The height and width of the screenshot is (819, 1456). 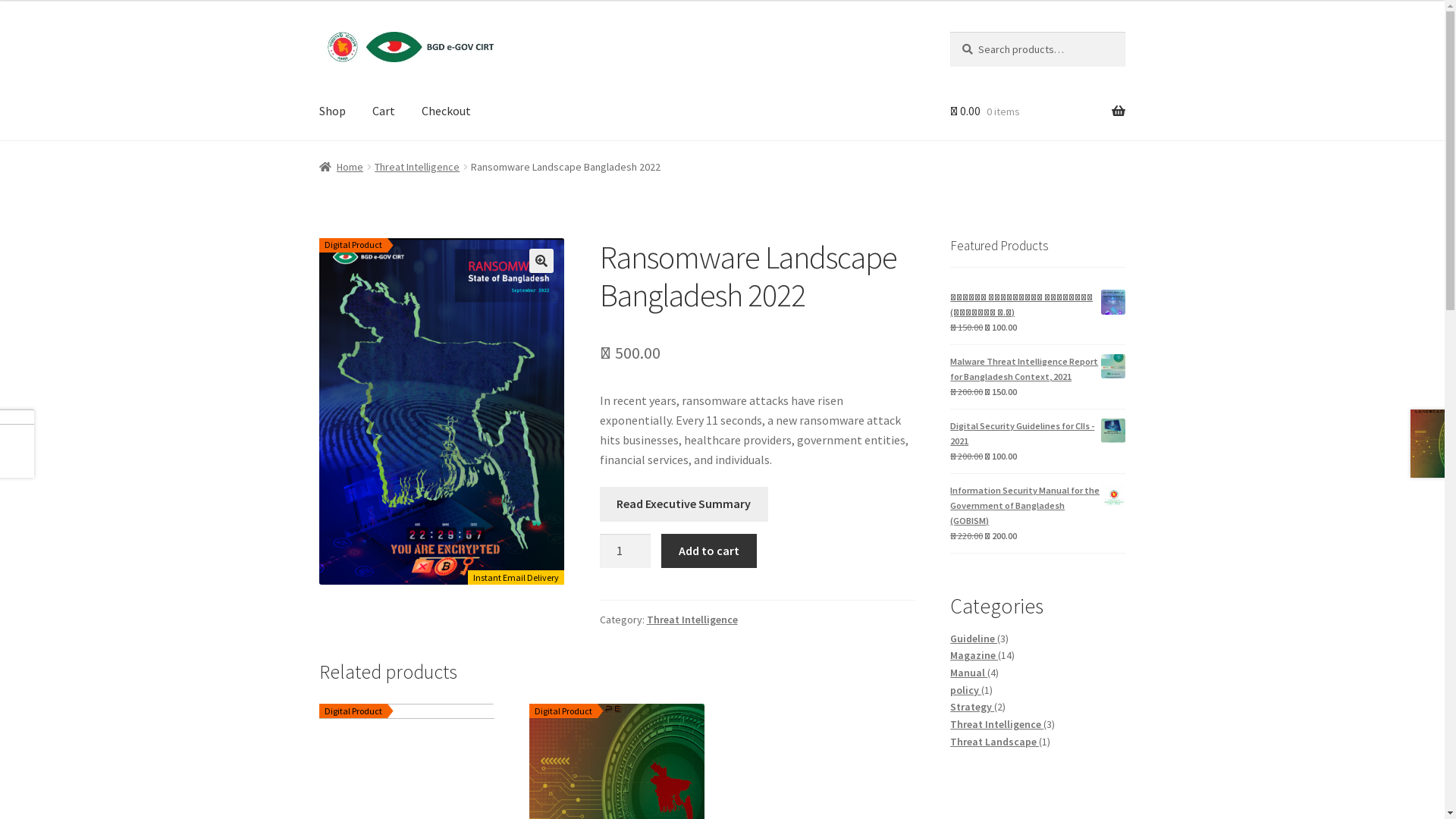 I want to click on 'Manual', so click(x=968, y=672).